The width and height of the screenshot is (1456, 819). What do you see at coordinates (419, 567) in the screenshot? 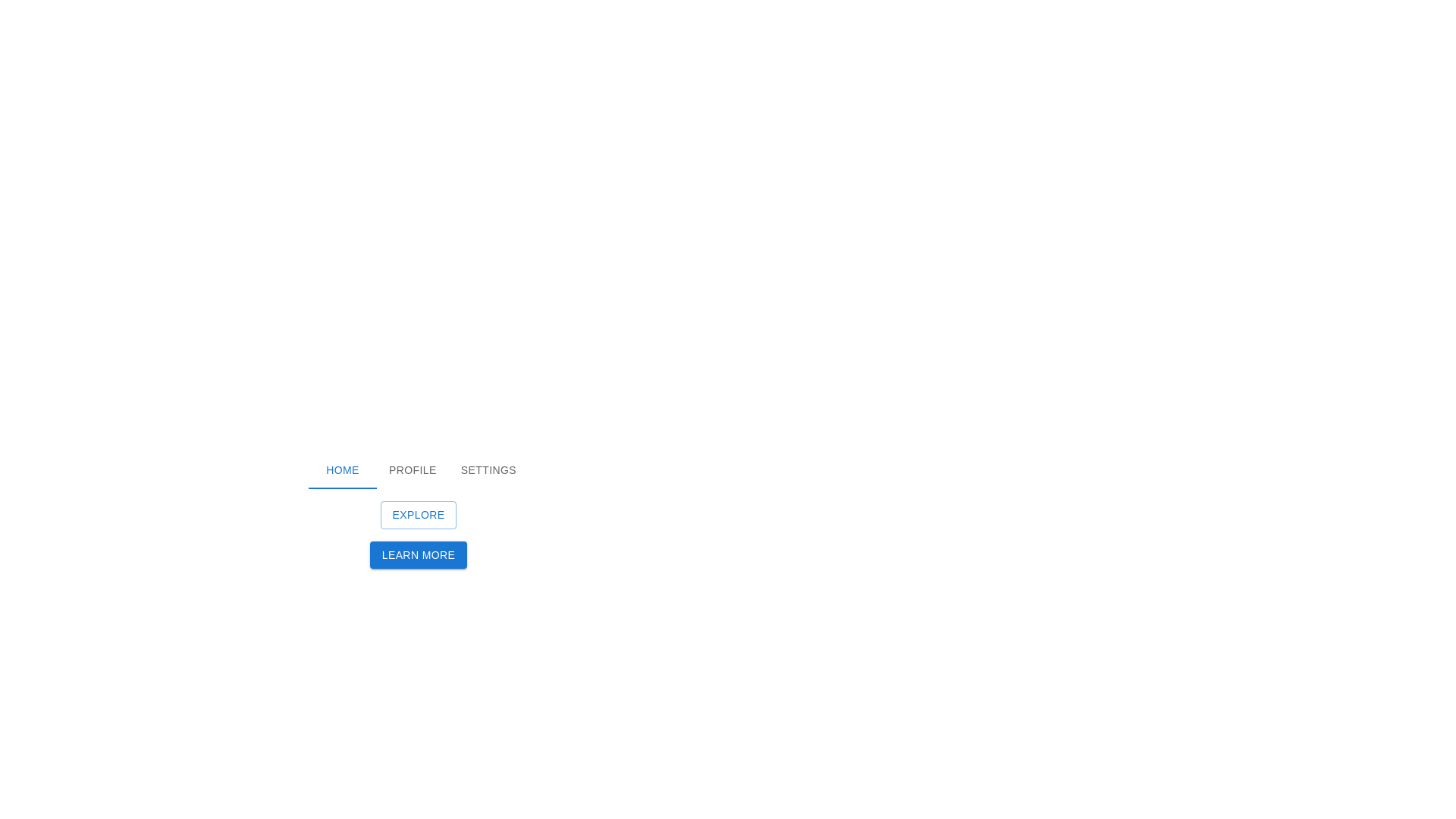
I see `the blue button labeled 'LEARN MORE' for keyboard navigation by moving the cursor to its center point` at bounding box center [419, 567].